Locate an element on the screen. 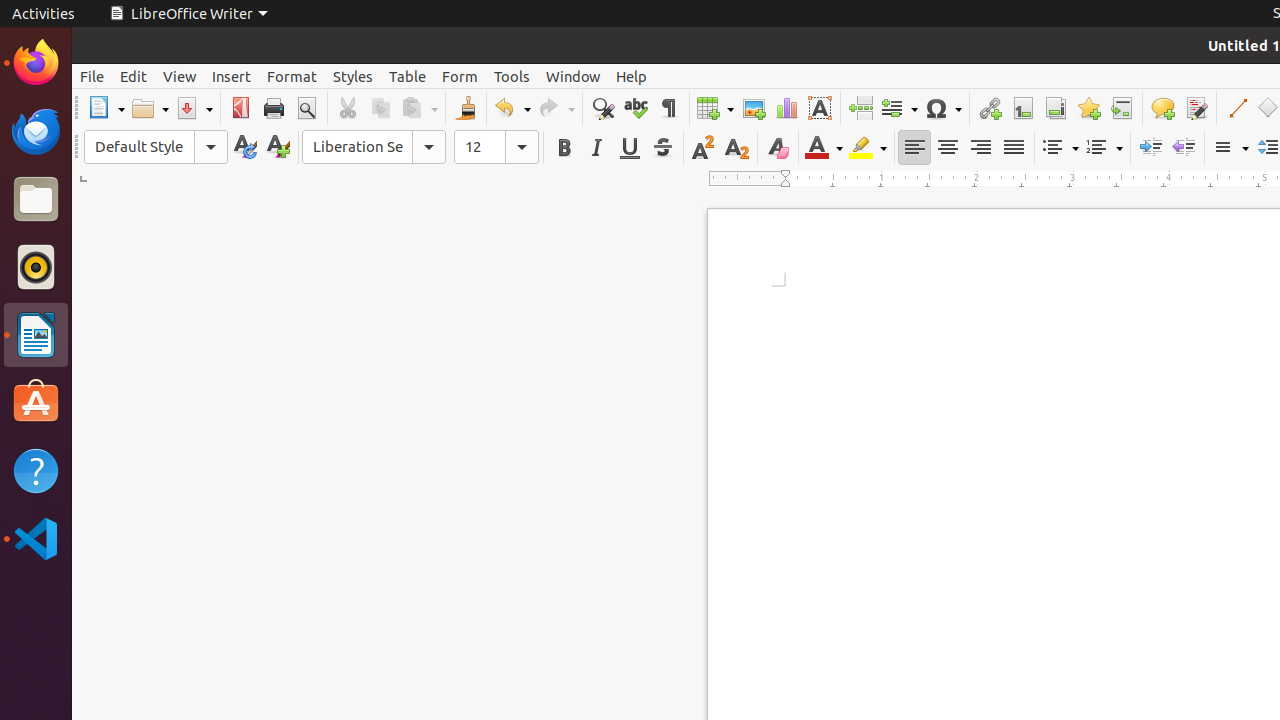 This screenshot has width=1280, height=720. 'Cross-reference' is located at coordinates (1121, 108).